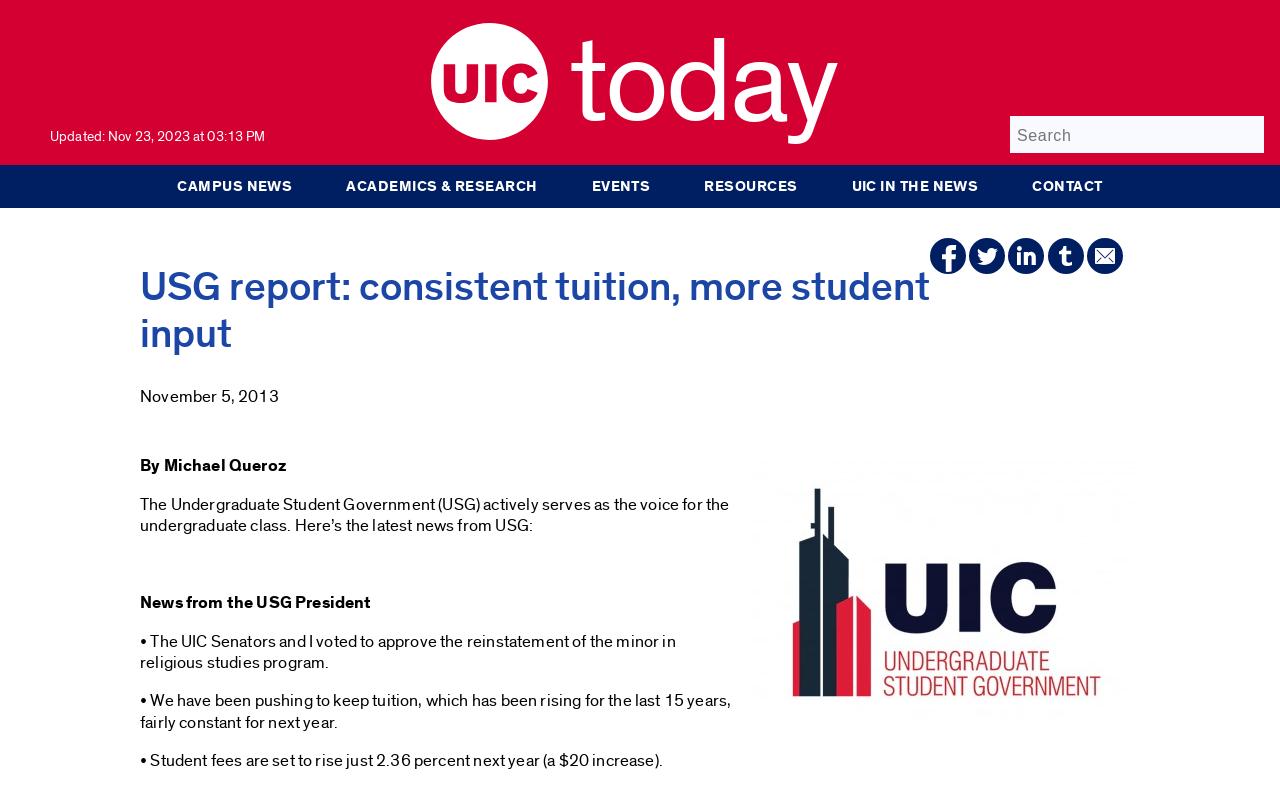 The width and height of the screenshot is (1280, 787). What do you see at coordinates (433, 514) in the screenshot?
I see `'The Undergraduate Student Government (USG) actively serves as the voice for the undergraduate class. Here’s the latest news from USG:'` at bounding box center [433, 514].